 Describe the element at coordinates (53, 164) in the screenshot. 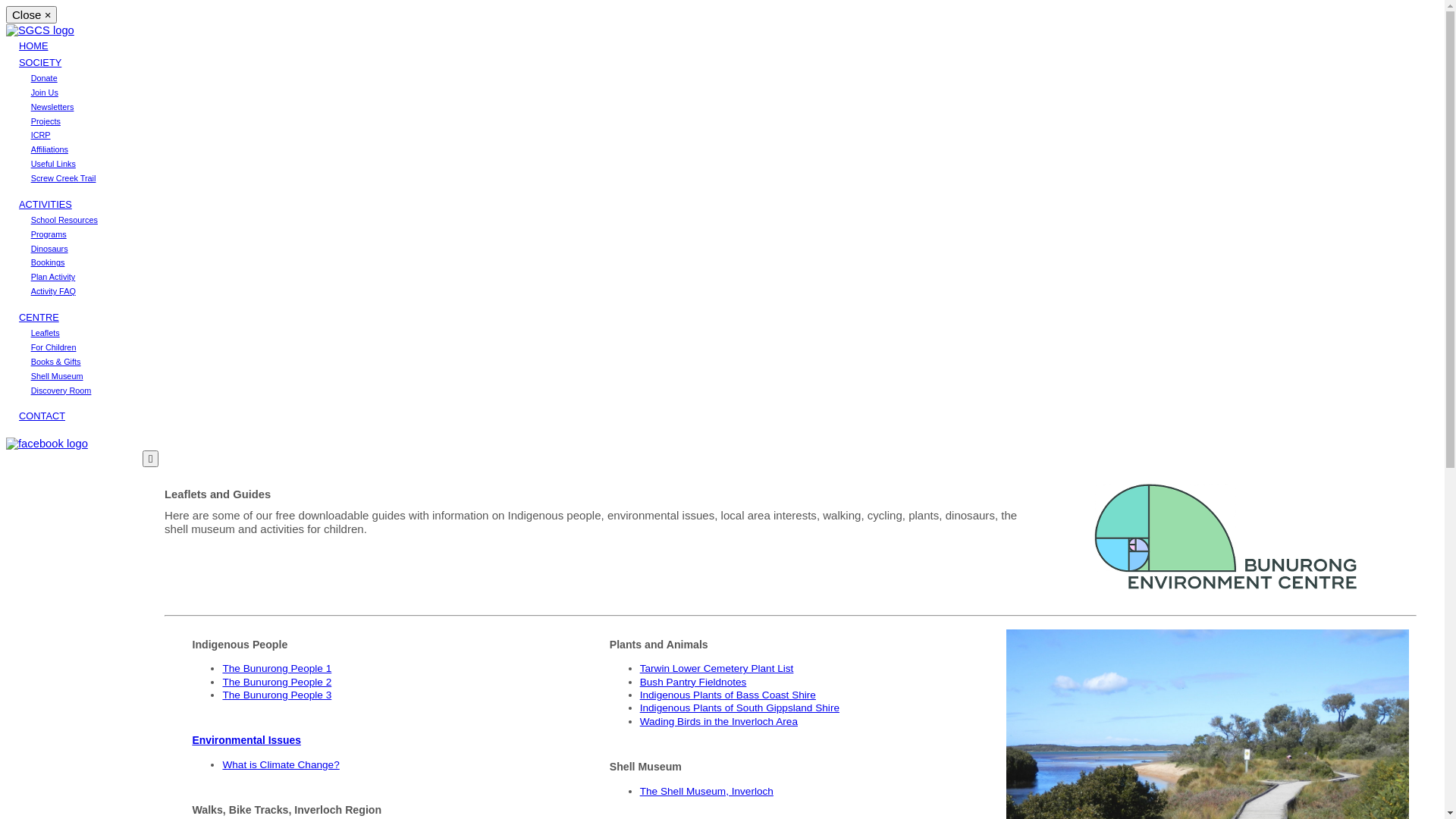

I see `'Useful Links'` at that location.